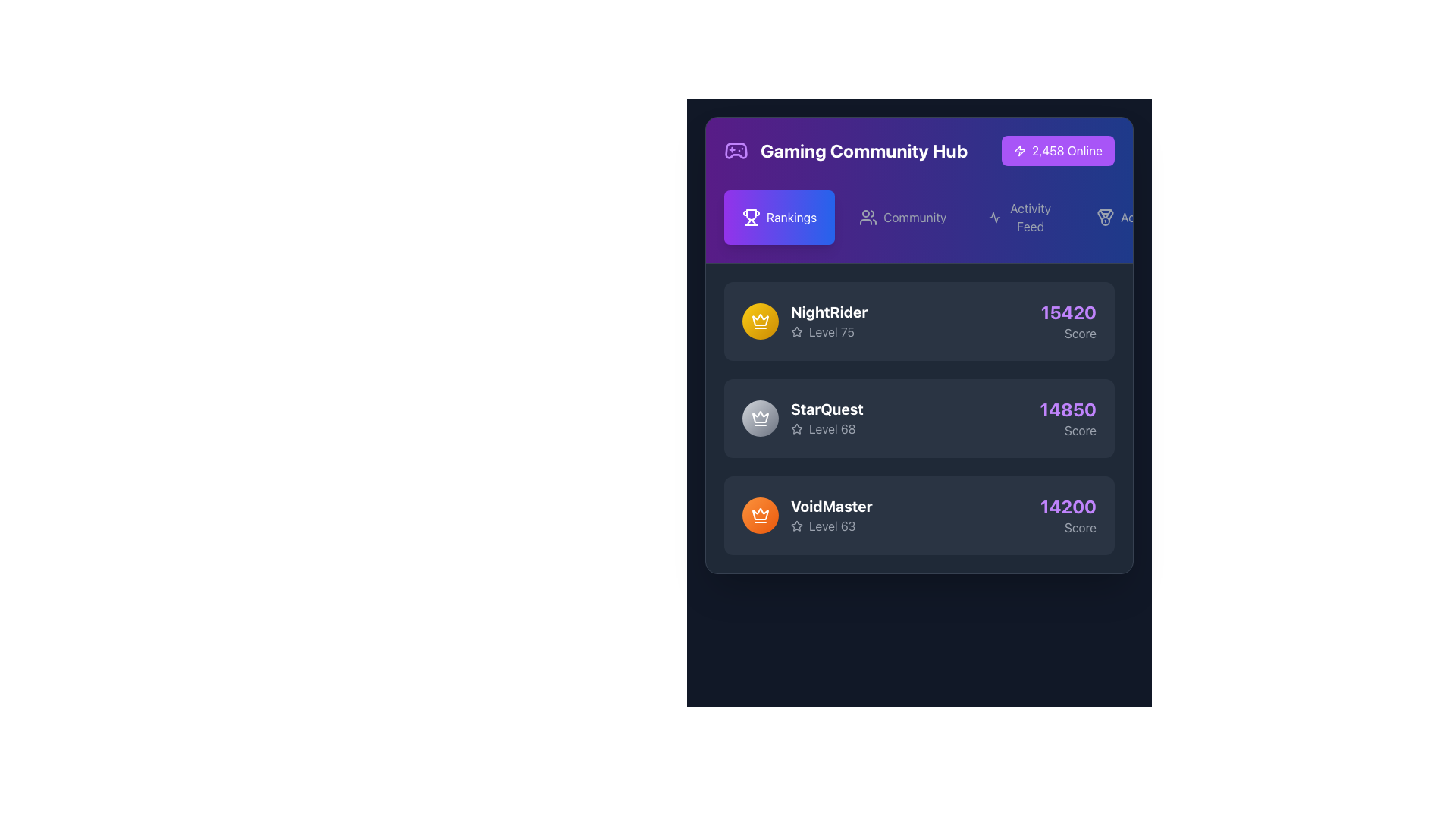 The width and height of the screenshot is (1456, 819). Describe the element at coordinates (918, 418) in the screenshot. I see `the second leaderboard entry in the Rankings section` at that location.